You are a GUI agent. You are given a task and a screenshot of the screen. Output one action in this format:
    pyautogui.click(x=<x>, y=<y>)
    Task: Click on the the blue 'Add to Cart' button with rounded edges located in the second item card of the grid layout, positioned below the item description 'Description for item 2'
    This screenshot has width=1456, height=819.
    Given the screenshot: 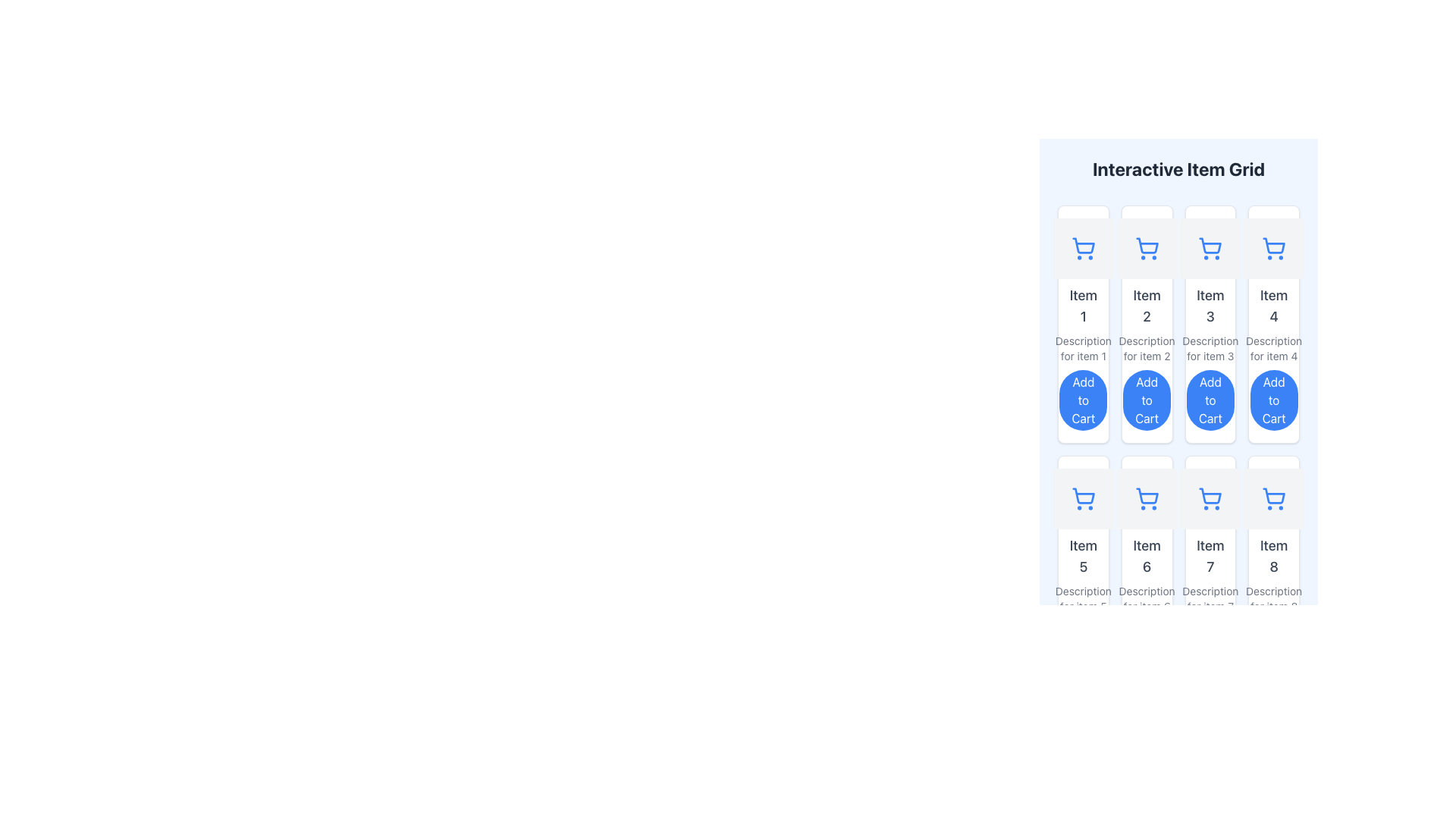 What is the action you would take?
    pyautogui.click(x=1147, y=400)
    